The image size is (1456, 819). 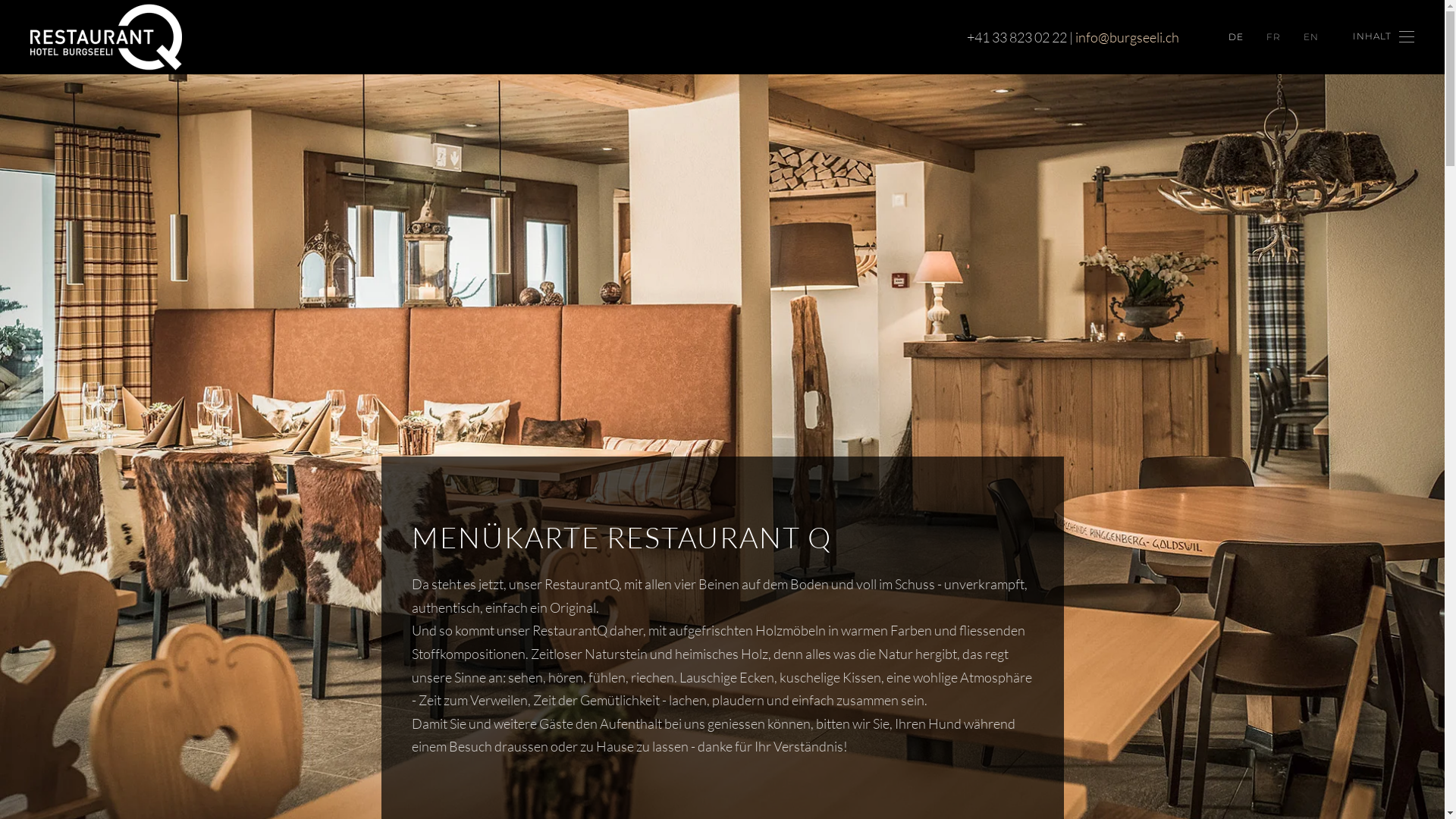 What do you see at coordinates (1236, 36) in the screenshot?
I see `'DE'` at bounding box center [1236, 36].